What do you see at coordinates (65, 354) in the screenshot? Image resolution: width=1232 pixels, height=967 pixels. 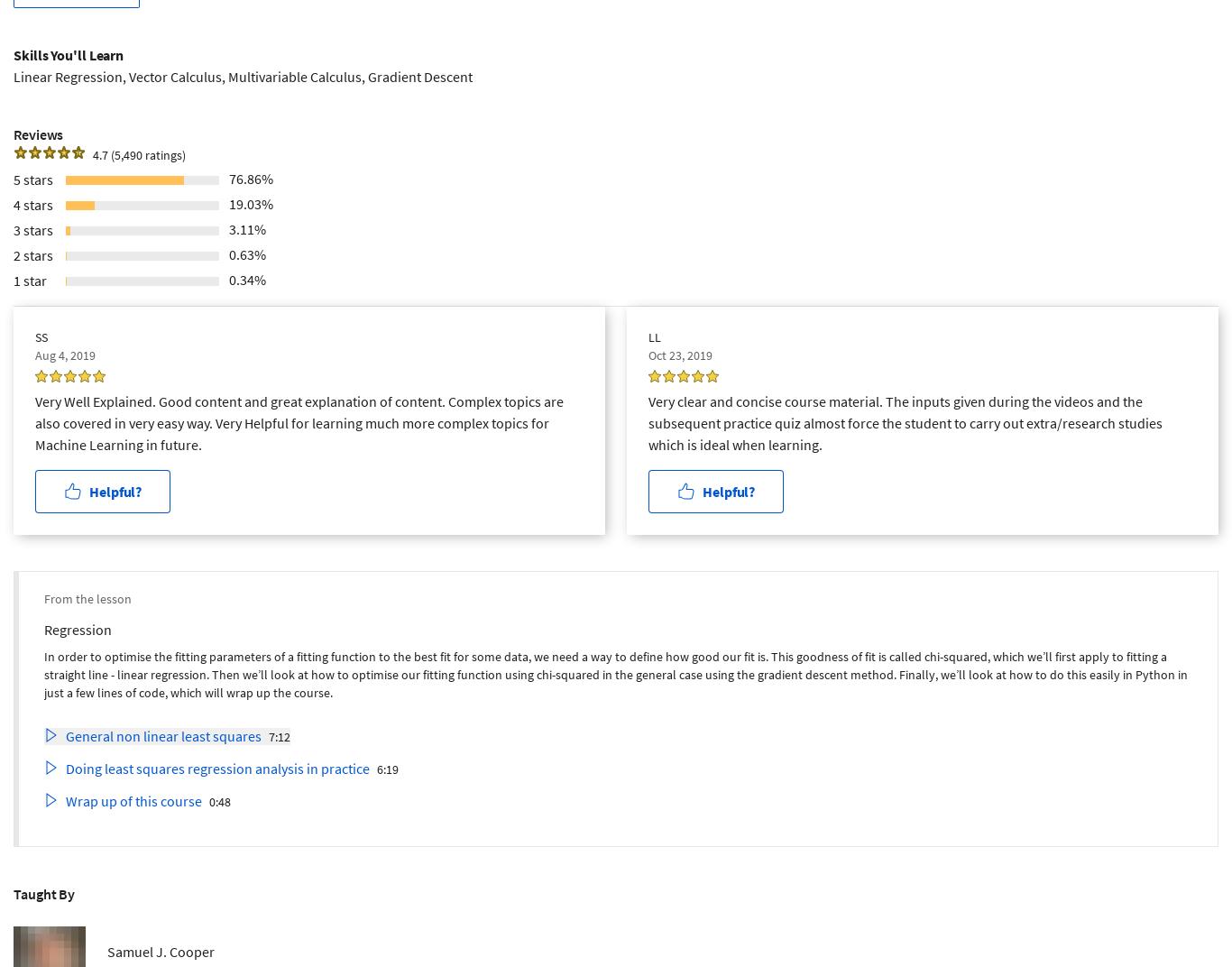 I see `'Aug 4, 2019'` at bounding box center [65, 354].